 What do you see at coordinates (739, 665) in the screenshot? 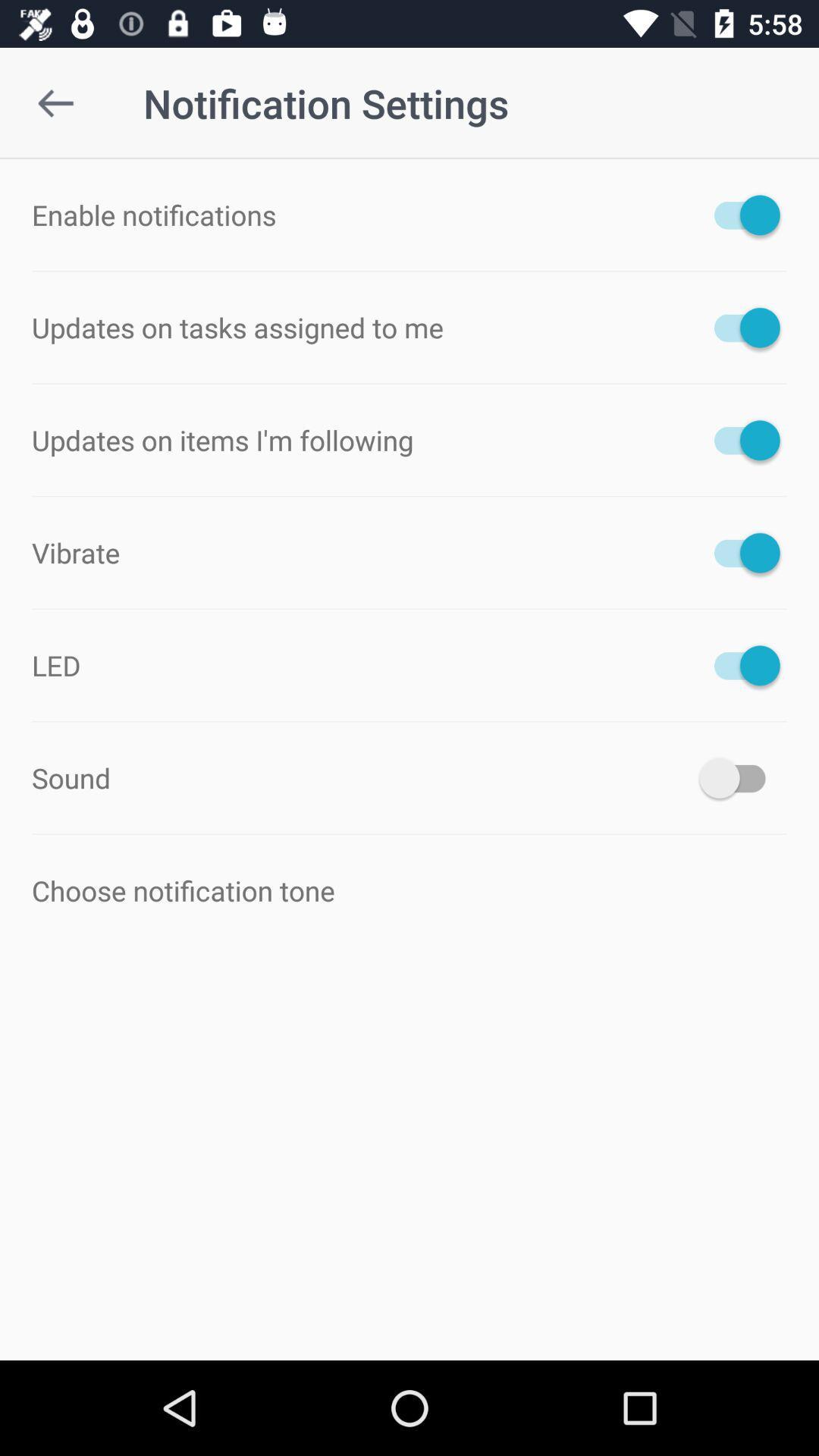
I see `led notification` at bounding box center [739, 665].